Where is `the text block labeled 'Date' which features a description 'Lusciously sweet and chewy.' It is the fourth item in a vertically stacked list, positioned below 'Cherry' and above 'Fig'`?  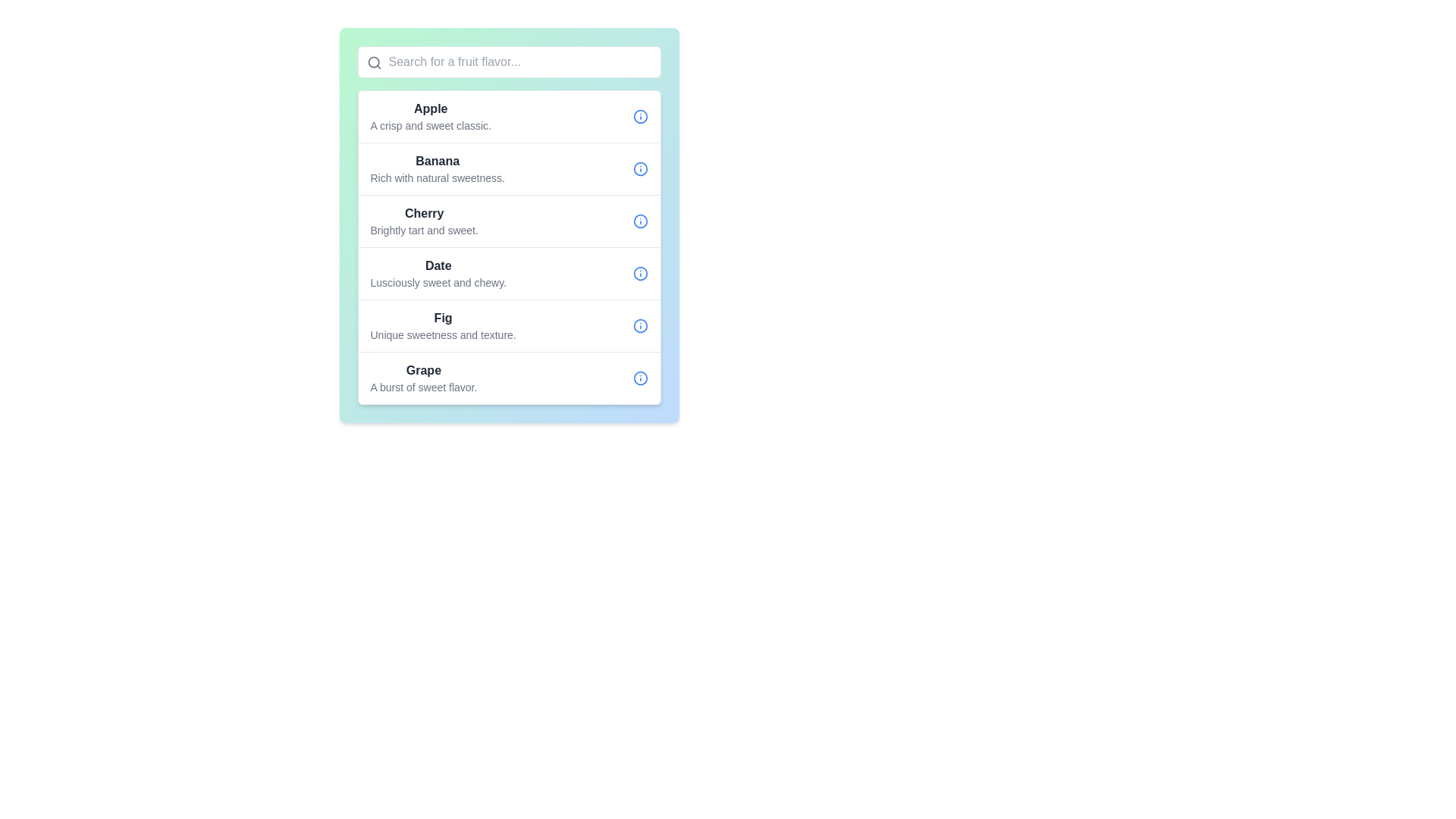 the text block labeled 'Date' which features a description 'Lusciously sweet and chewy.' It is the fourth item in a vertically stacked list, positioned below 'Cherry' and above 'Fig' is located at coordinates (438, 274).